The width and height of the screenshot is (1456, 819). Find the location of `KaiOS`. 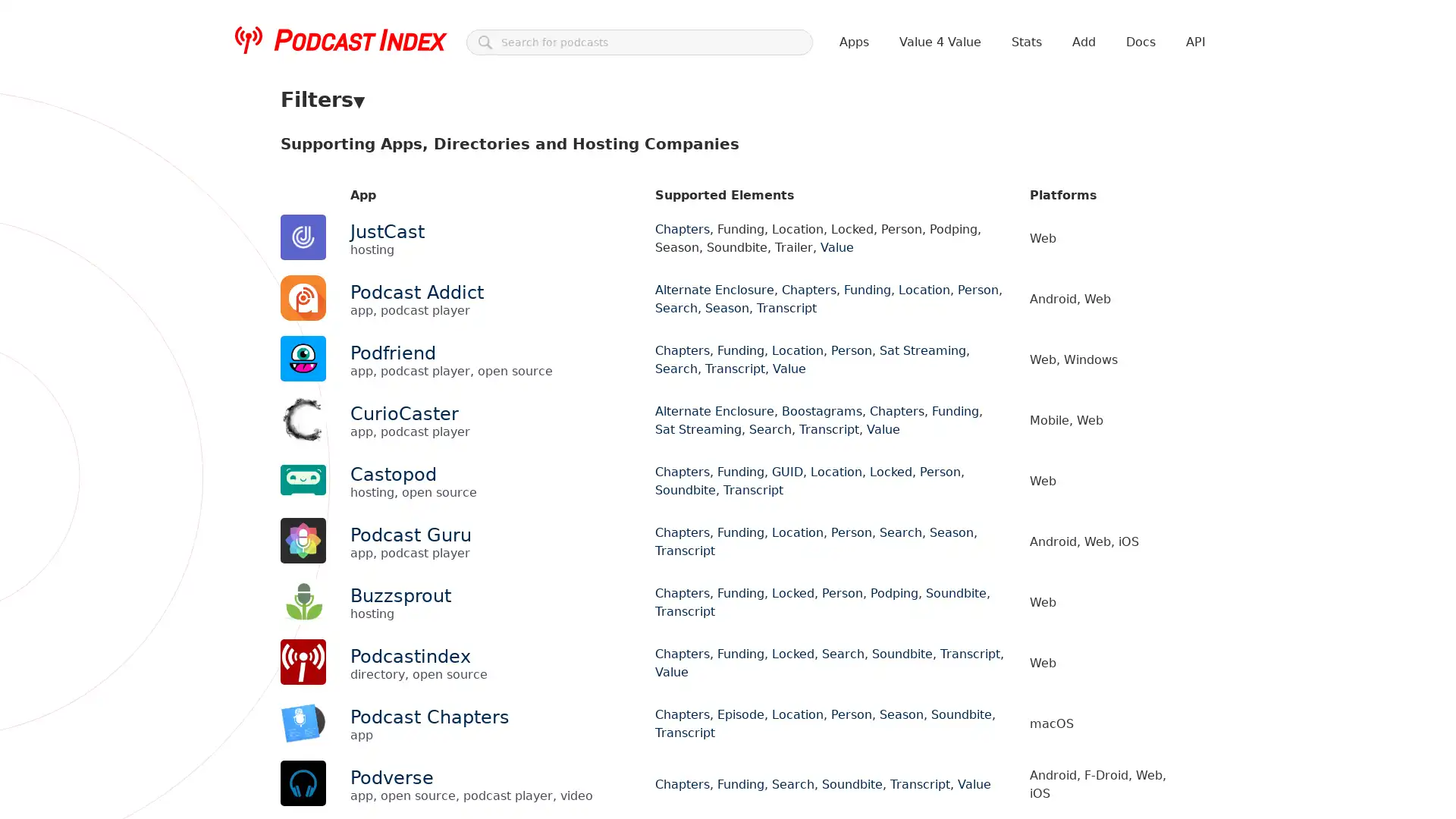

KaiOS is located at coordinates (845, 311).